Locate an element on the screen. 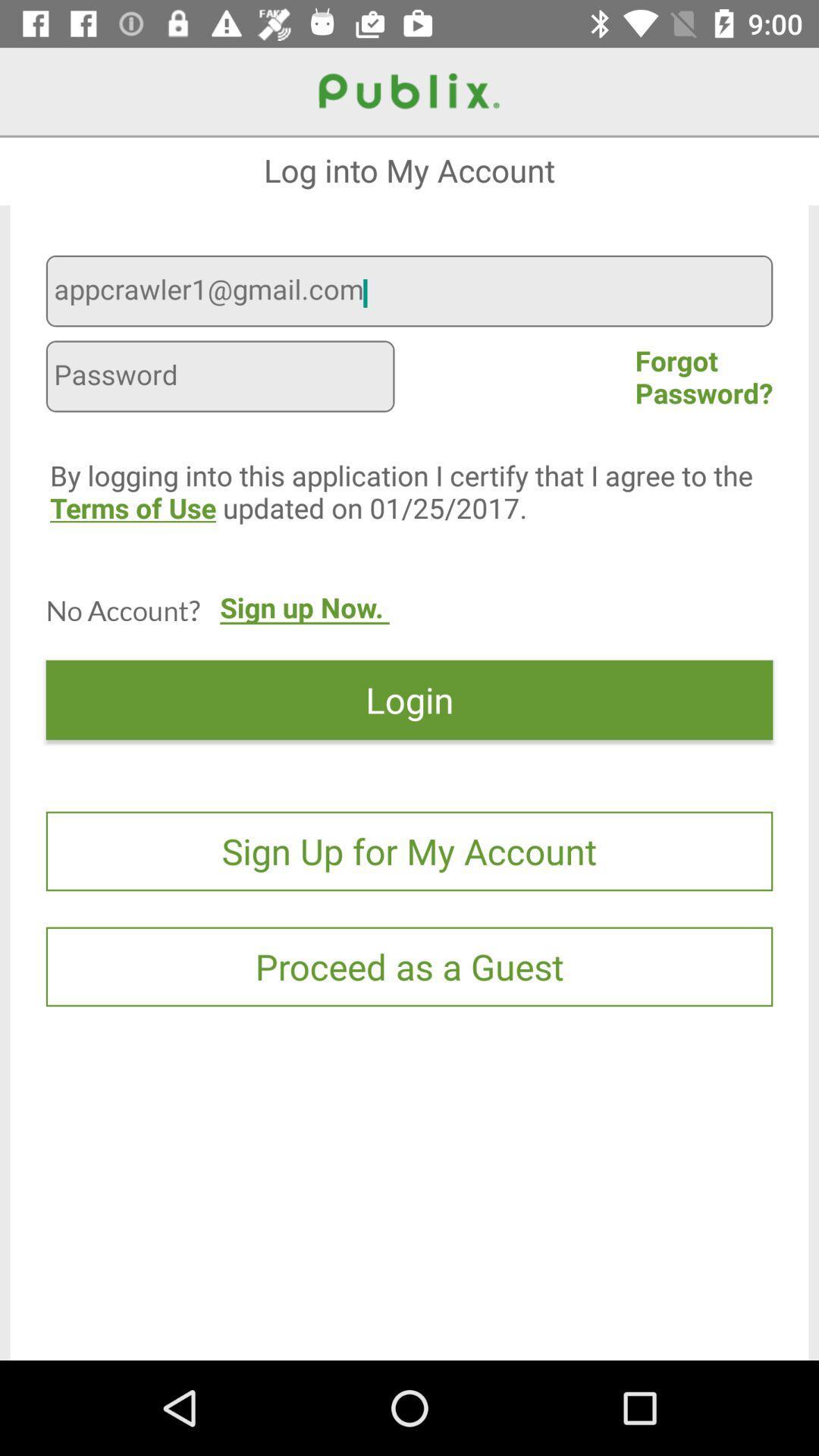 The image size is (819, 1456). the icon below appcrawler1@gmail.com is located at coordinates (220, 378).